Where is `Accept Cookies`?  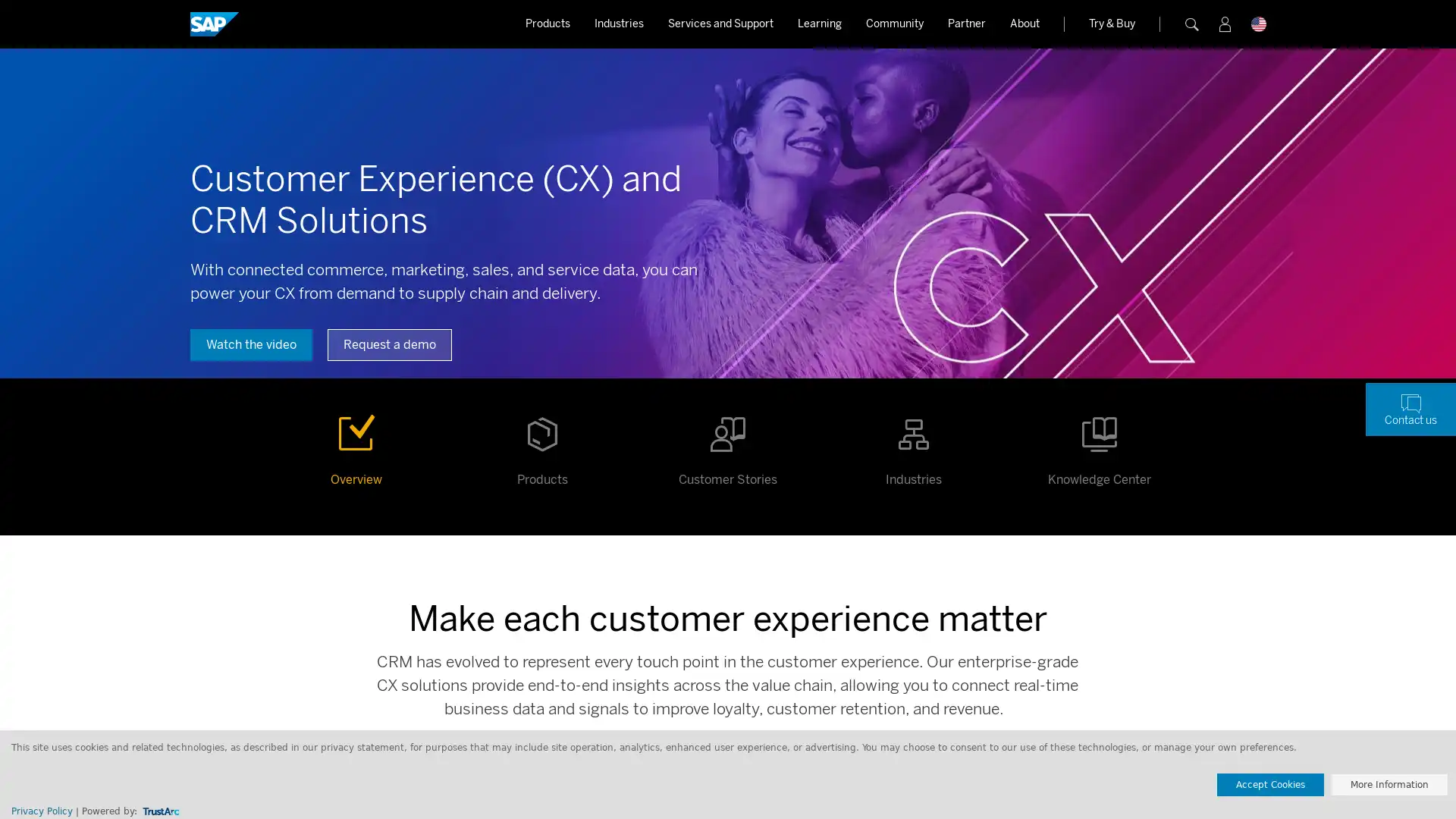 Accept Cookies is located at coordinates (1270, 784).